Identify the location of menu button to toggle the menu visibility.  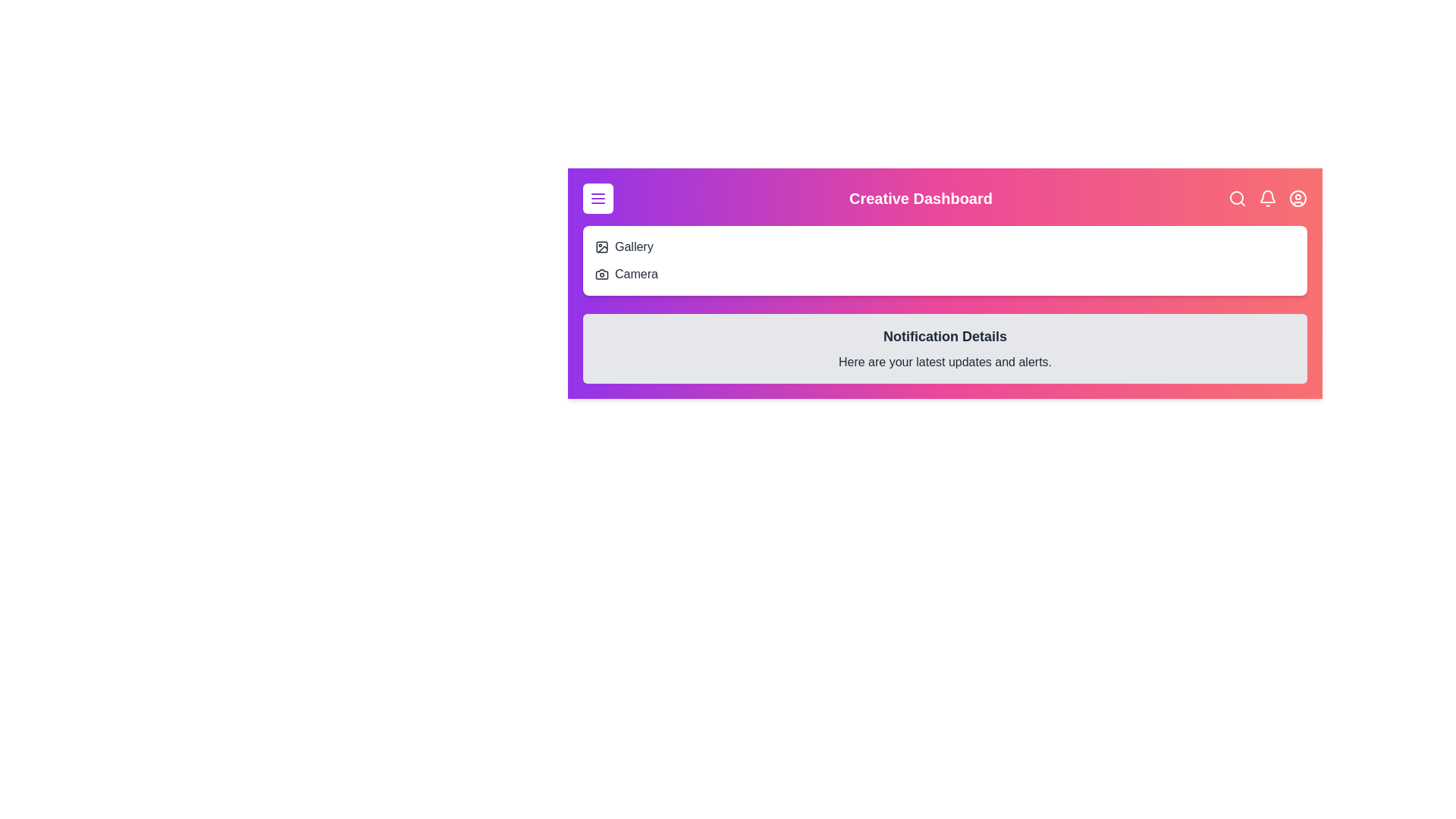
(597, 198).